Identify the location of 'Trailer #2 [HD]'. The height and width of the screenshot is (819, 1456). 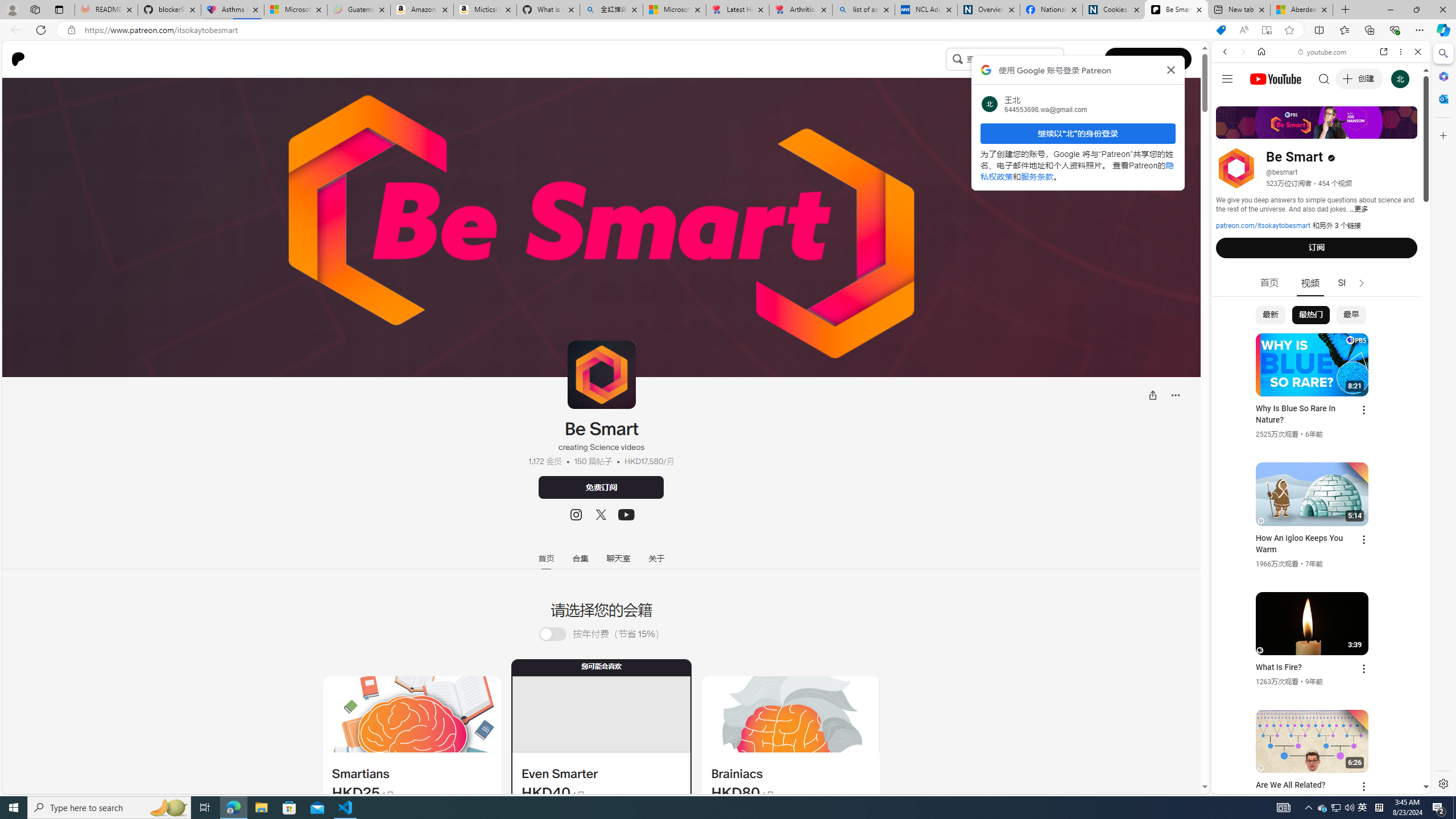
(1319, 336).